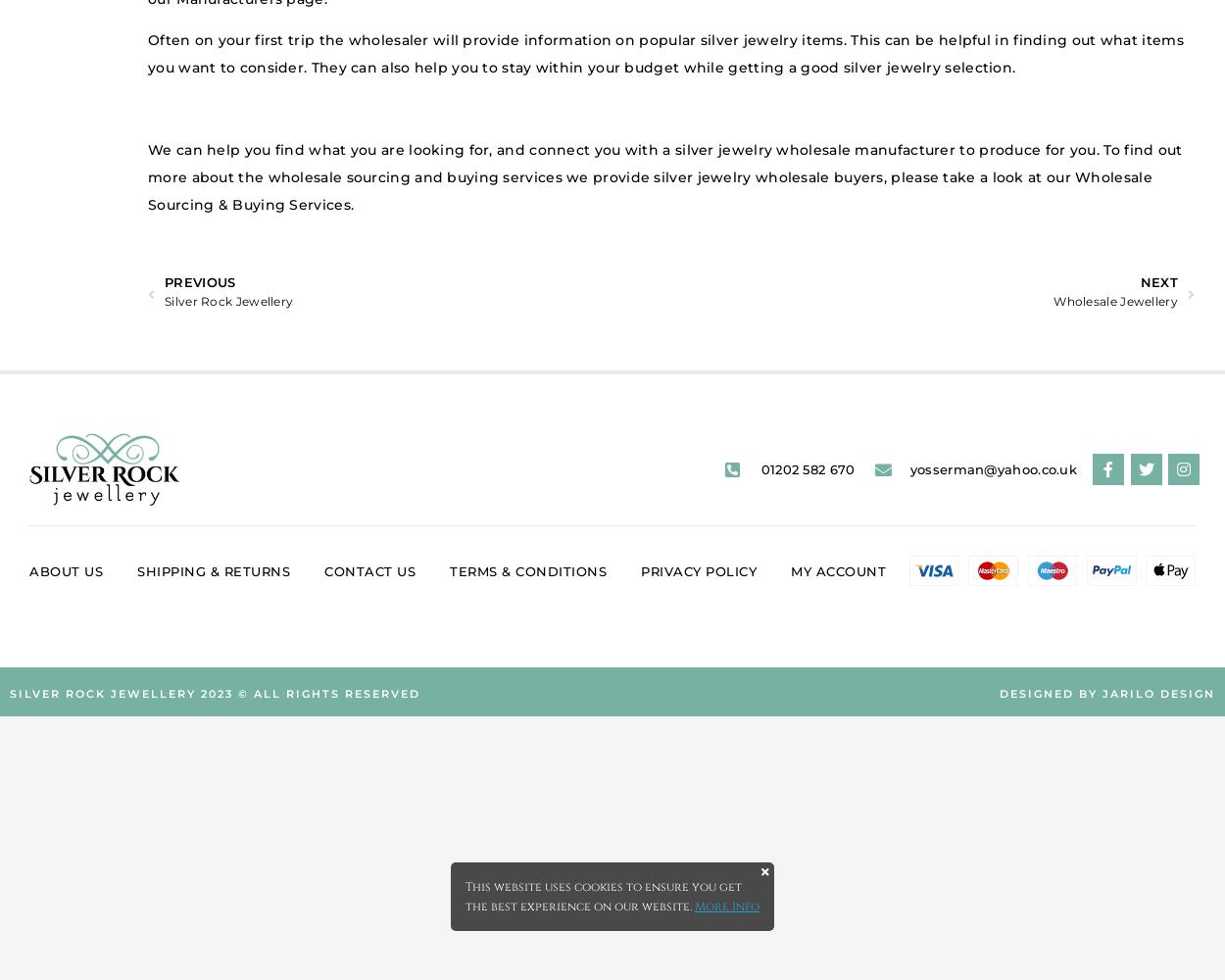 The height and width of the screenshot is (980, 1225). I want to click on 'Wholesale Jewellery', so click(1115, 301).